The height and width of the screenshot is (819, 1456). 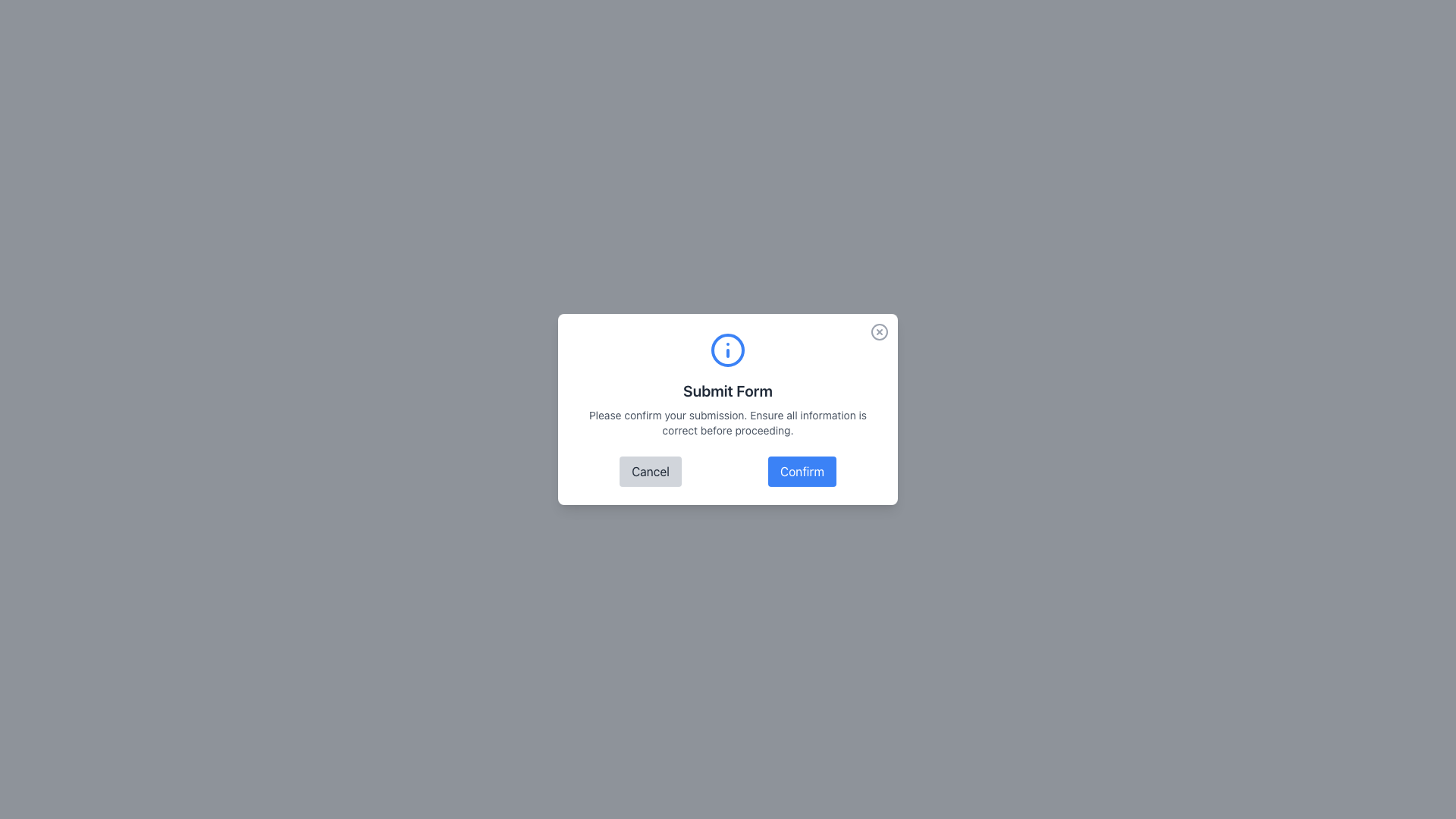 What do you see at coordinates (650, 470) in the screenshot?
I see `the cancellation button located in the lower-left portion of the modal dialog box` at bounding box center [650, 470].